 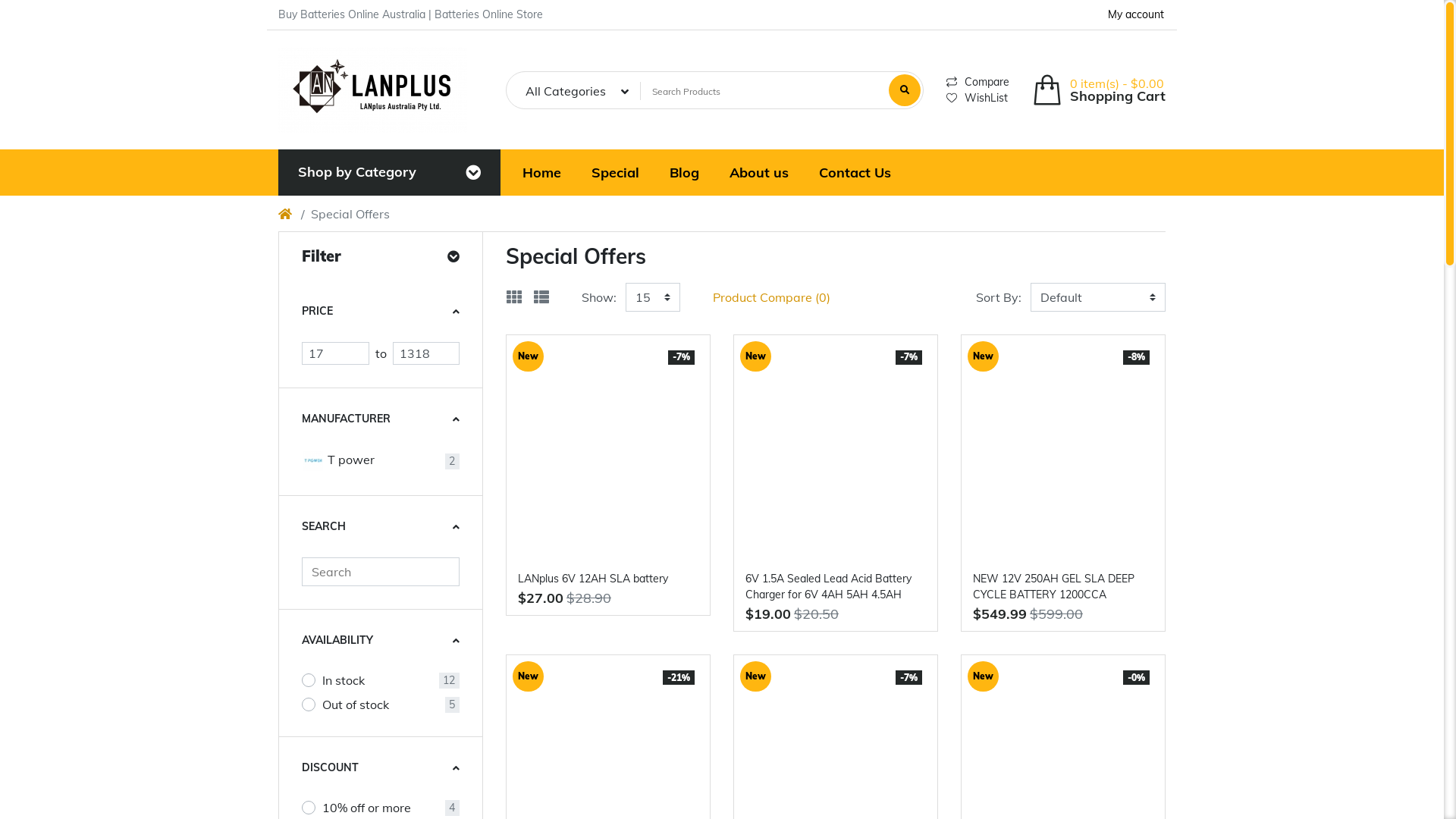 What do you see at coordinates (786, 320) in the screenshot?
I see `'Add to Cart'` at bounding box center [786, 320].